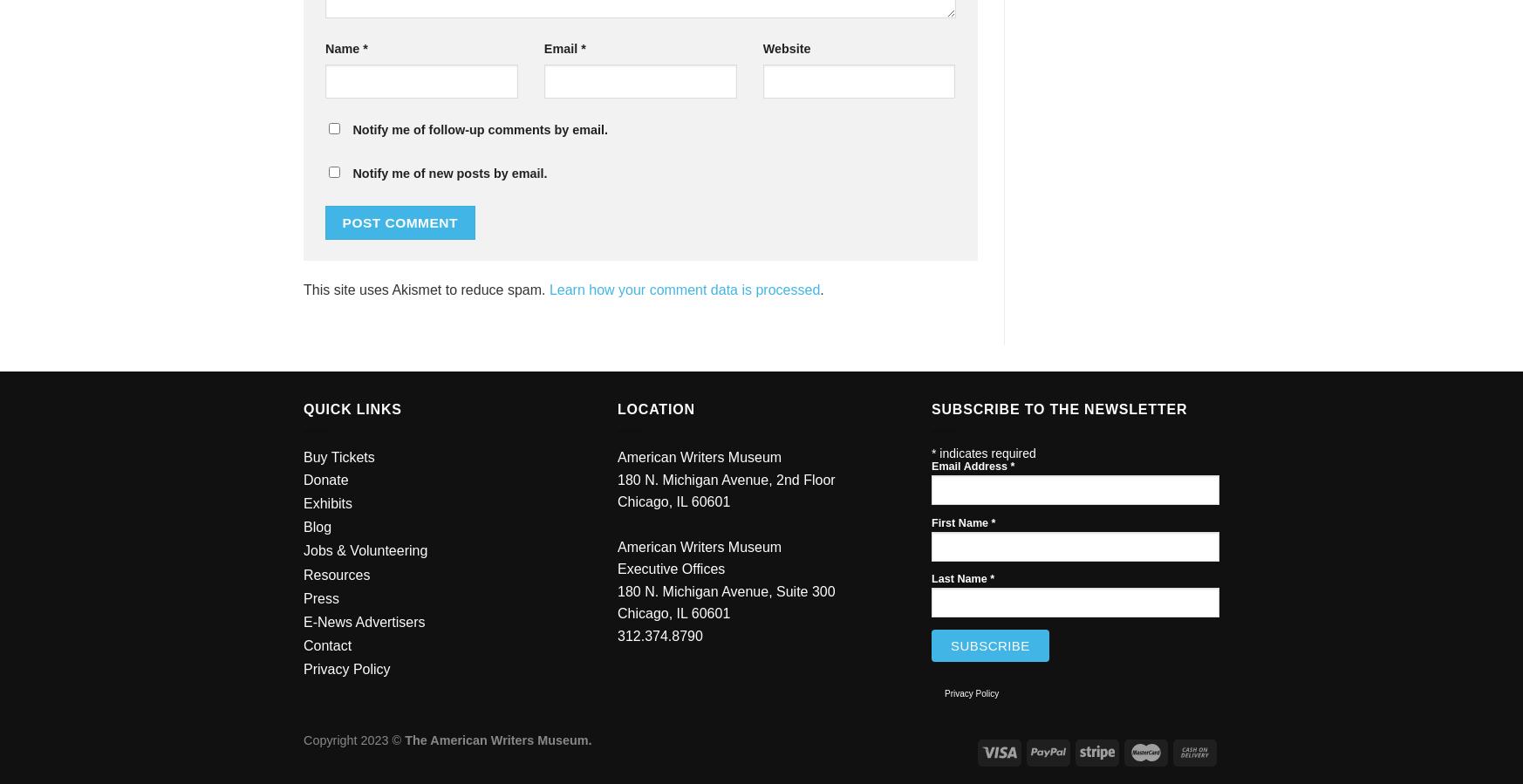 This screenshot has height=784, width=1523. What do you see at coordinates (320, 597) in the screenshot?
I see `'Press'` at bounding box center [320, 597].